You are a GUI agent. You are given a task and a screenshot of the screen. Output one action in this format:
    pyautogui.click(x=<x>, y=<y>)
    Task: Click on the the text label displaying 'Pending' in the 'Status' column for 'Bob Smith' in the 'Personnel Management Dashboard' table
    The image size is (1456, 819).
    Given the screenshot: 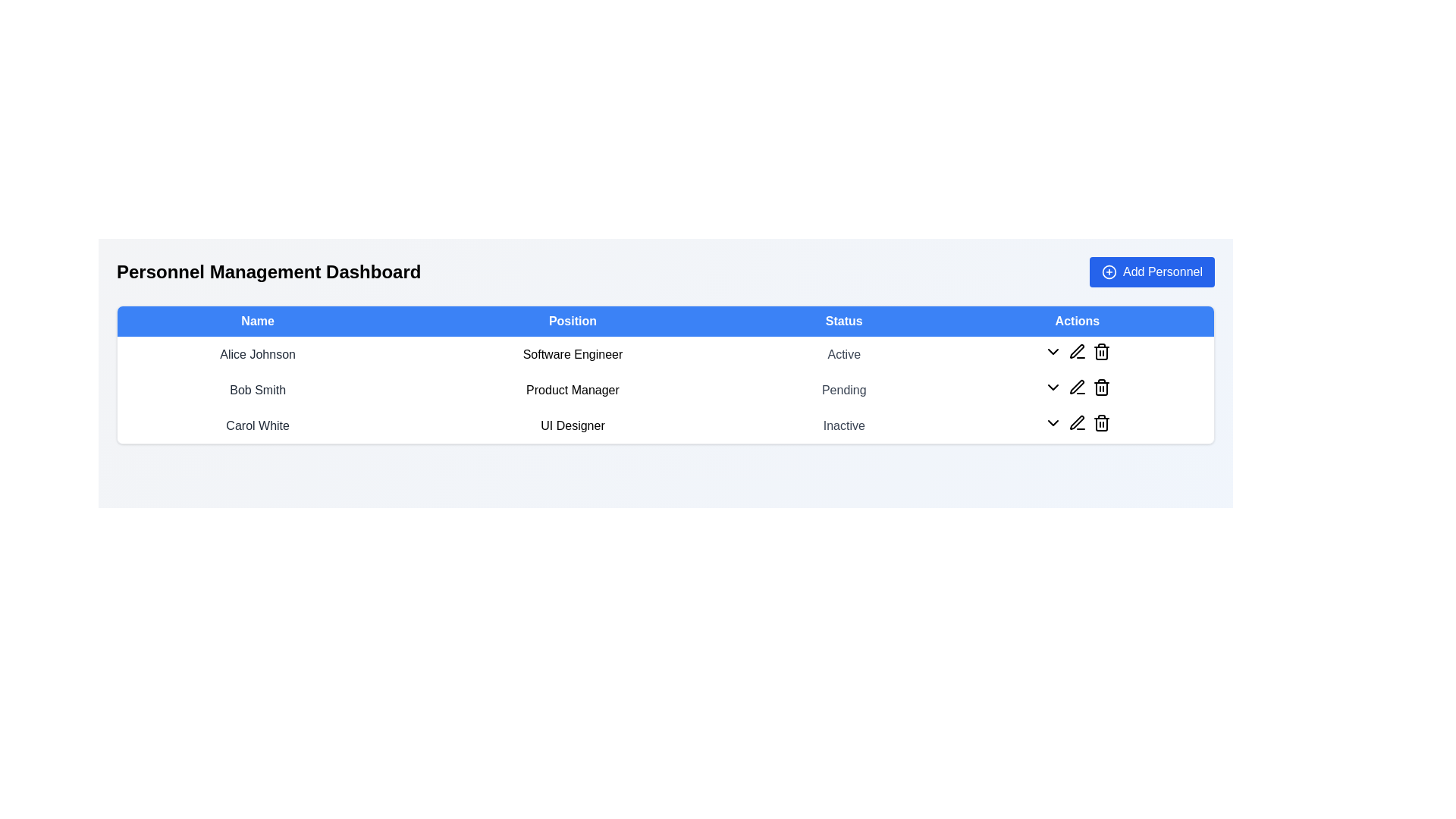 What is the action you would take?
    pyautogui.click(x=843, y=389)
    